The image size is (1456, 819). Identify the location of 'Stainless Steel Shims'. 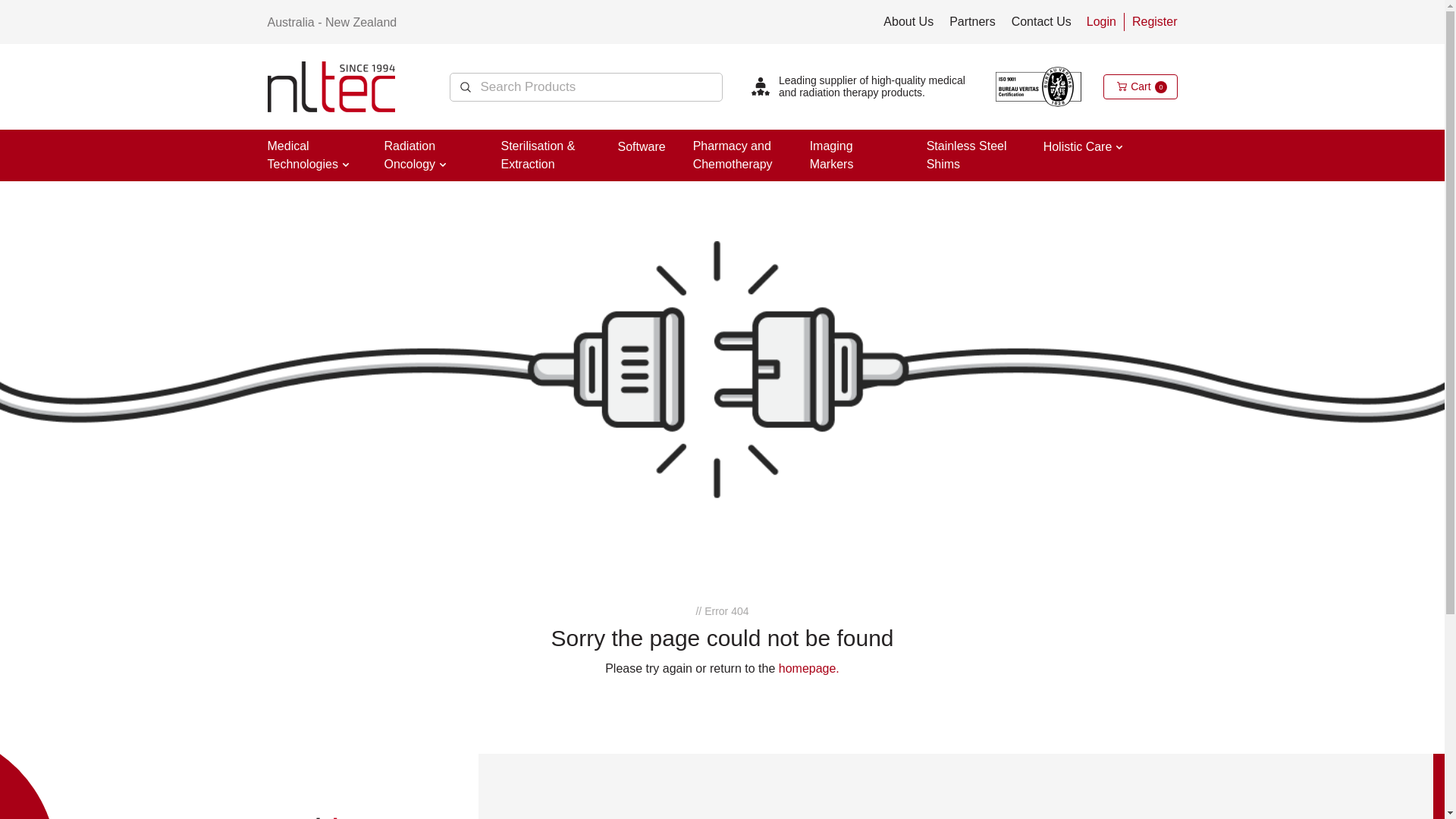
(966, 155).